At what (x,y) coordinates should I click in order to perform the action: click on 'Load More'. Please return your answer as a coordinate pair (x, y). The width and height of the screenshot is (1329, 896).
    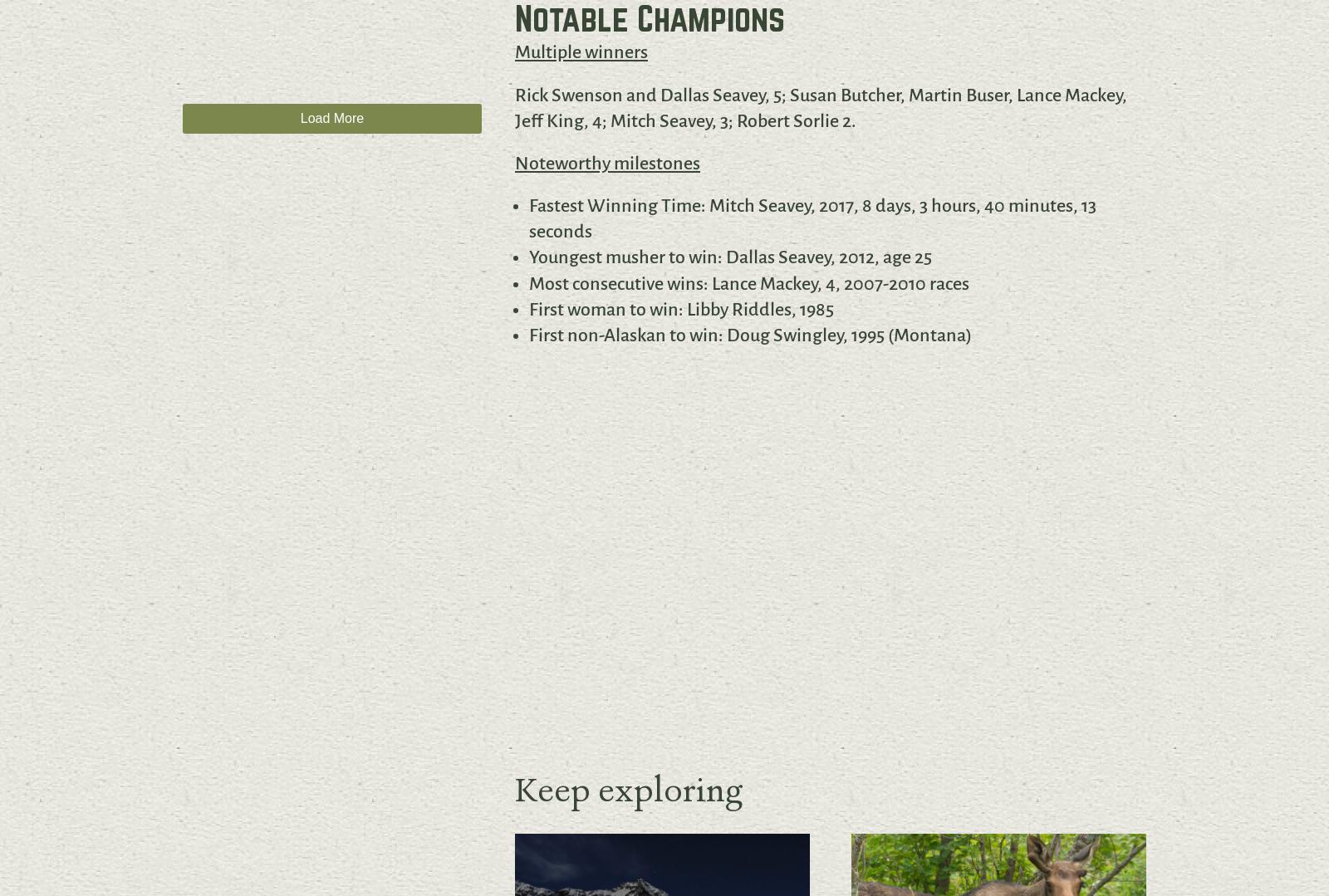
    Looking at the image, I should click on (331, 117).